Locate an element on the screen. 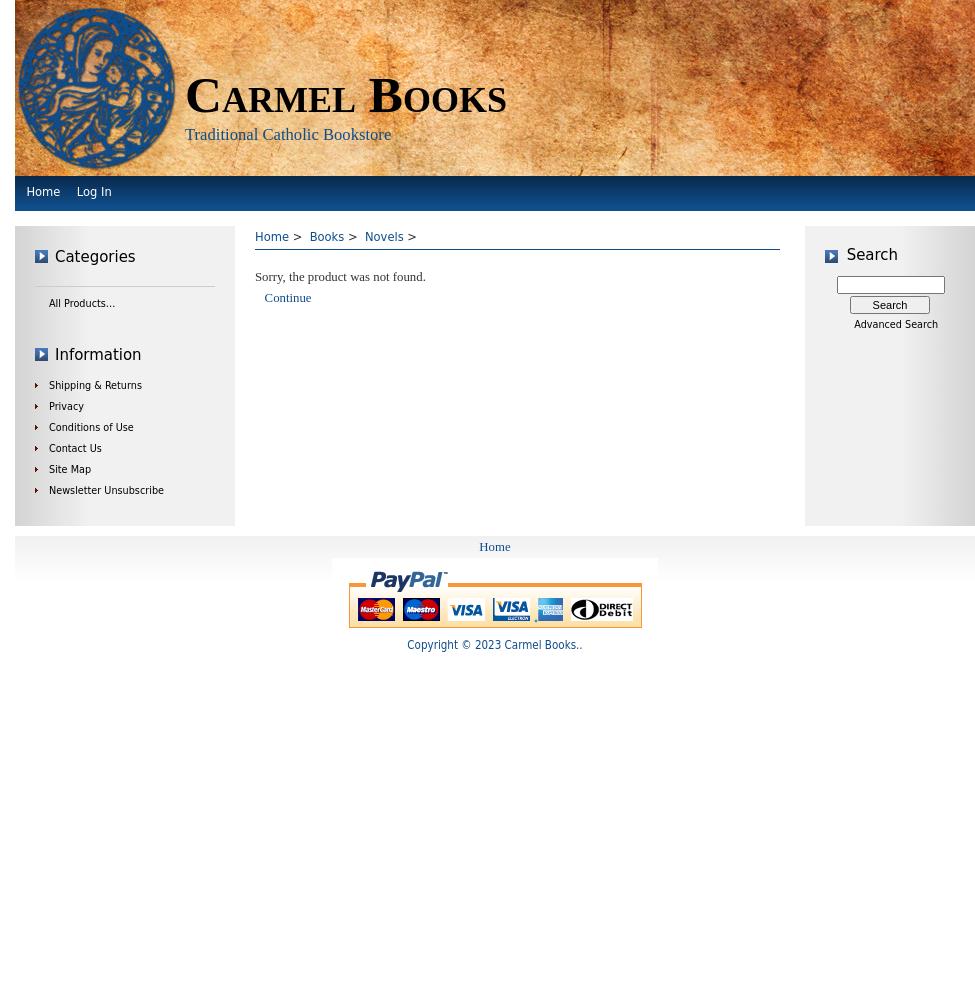  'Search' is located at coordinates (872, 254).